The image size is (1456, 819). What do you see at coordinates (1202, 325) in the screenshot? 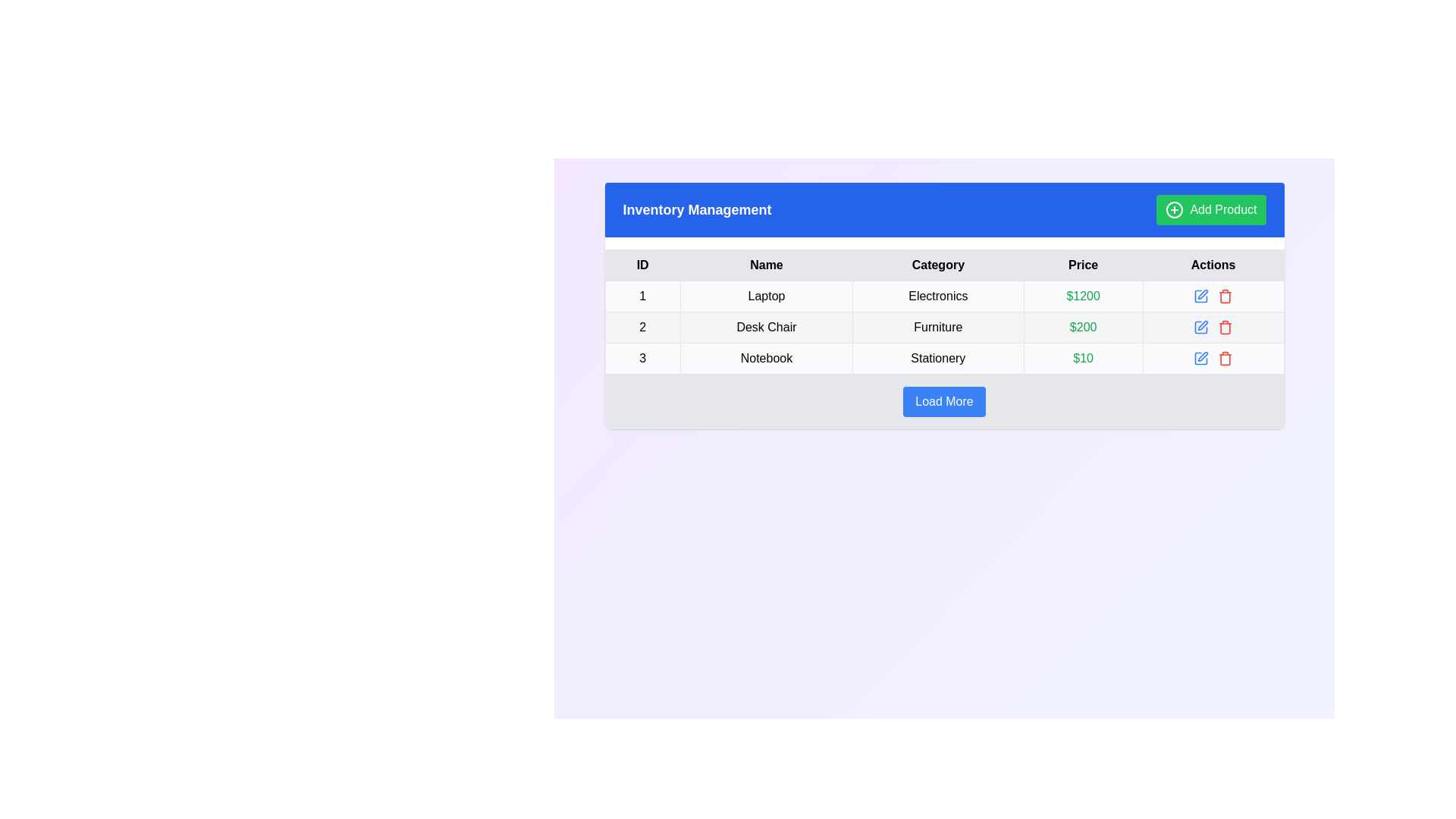
I see `the editing icon button in the Actions column of the table for the Furniture item to initiate an editing action` at bounding box center [1202, 325].